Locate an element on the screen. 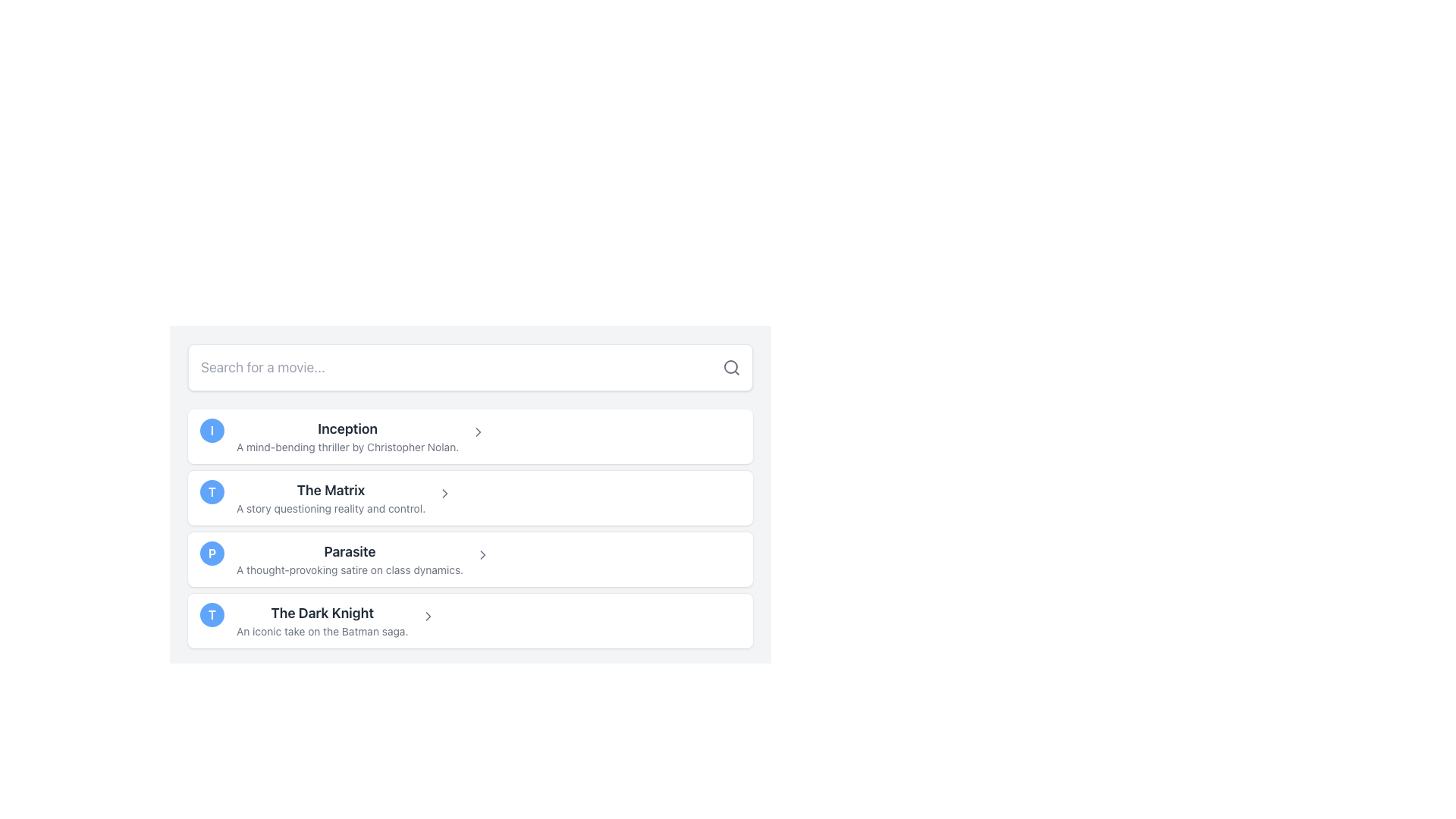 Image resolution: width=1456 pixels, height=819 pixels. information from the text-based UI component displaying the title 'Parasite' and its description 'A thought-provoking satire on class dynamics.' is located at coordinates (349, 559).